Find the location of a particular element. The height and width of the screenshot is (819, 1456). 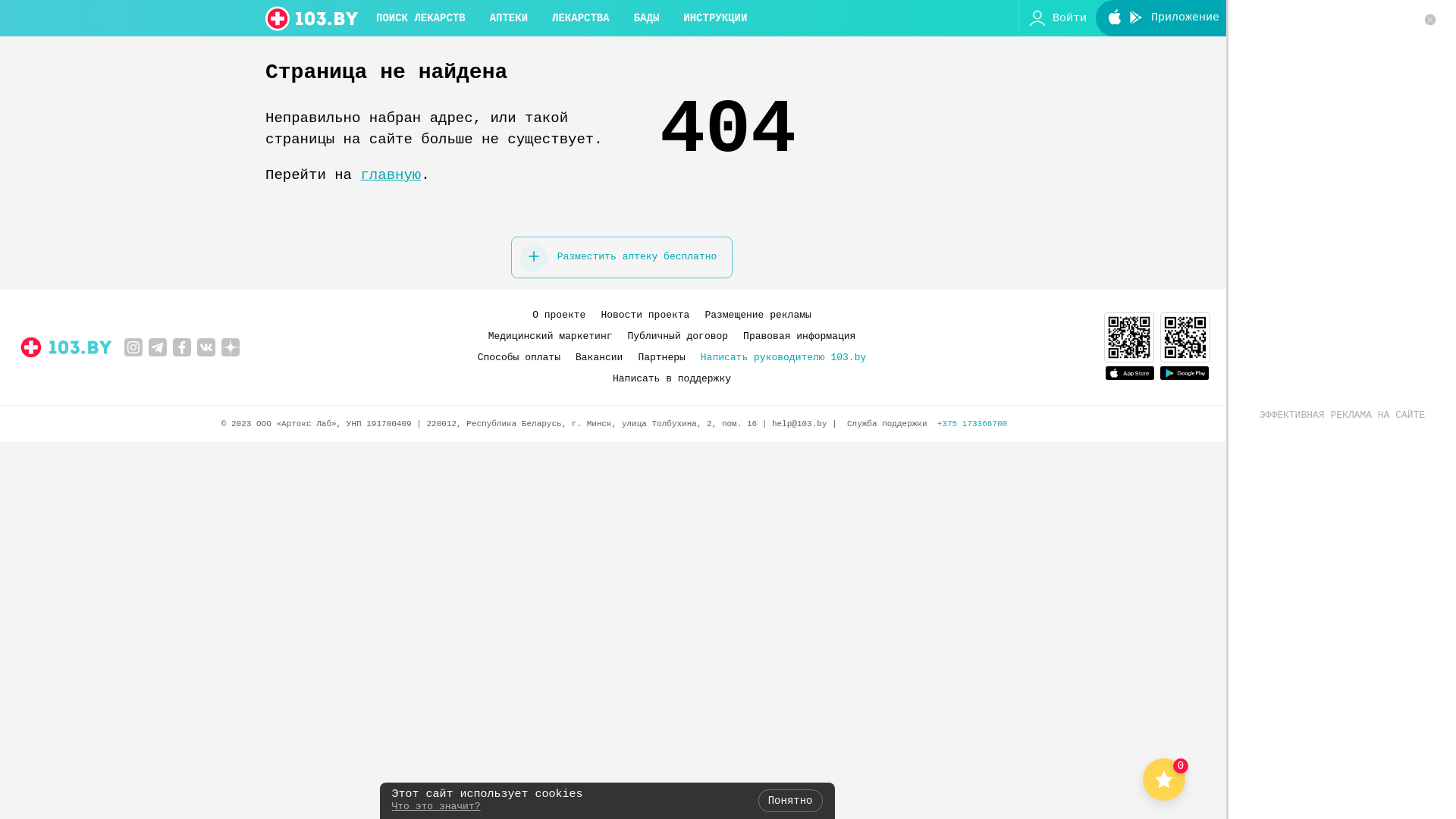

'+375 173366700' is located at coordinates (937, 424).